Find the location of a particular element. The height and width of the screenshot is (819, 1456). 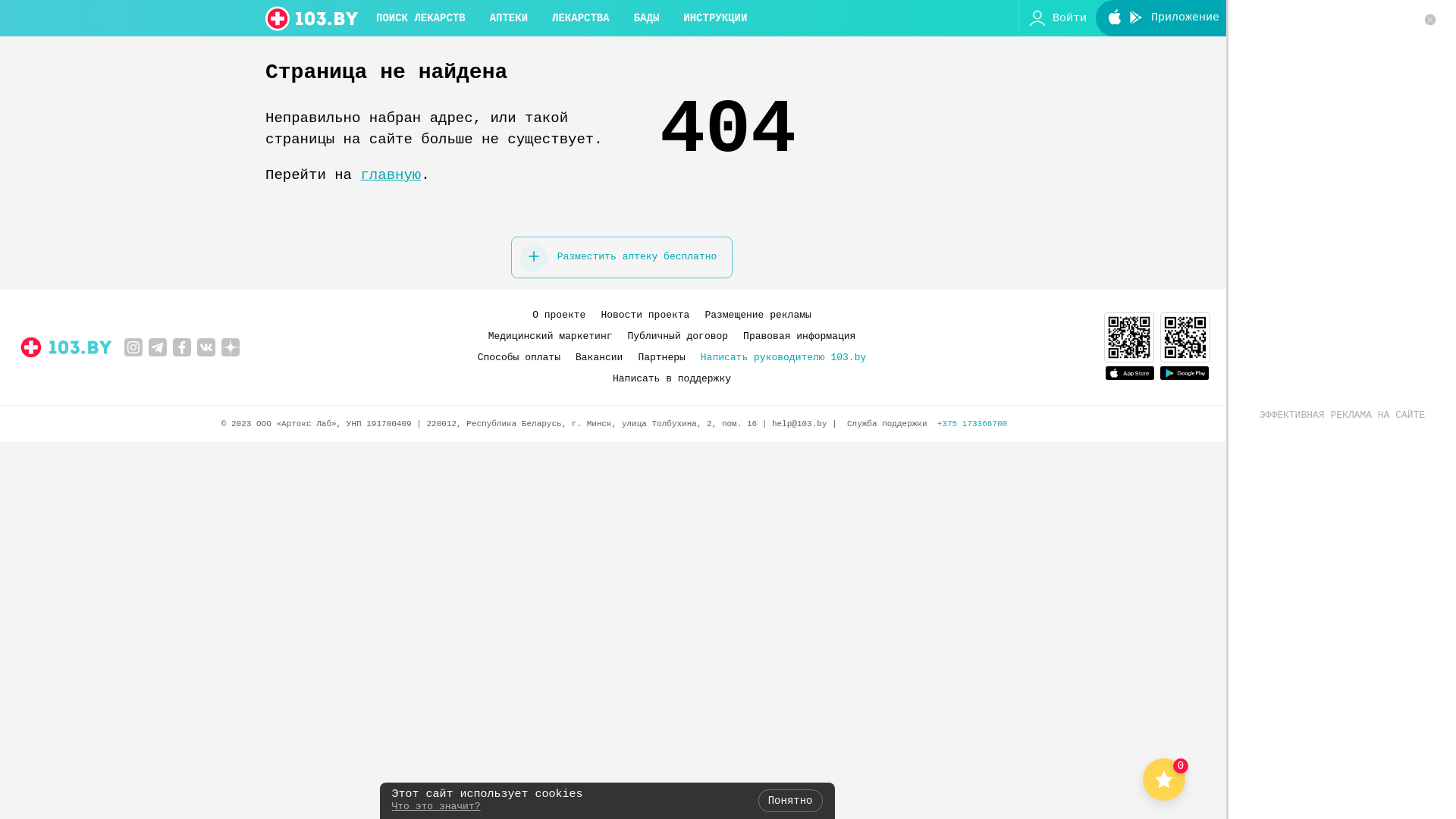

'+375 173366700' is located at coordinates (937, 424).